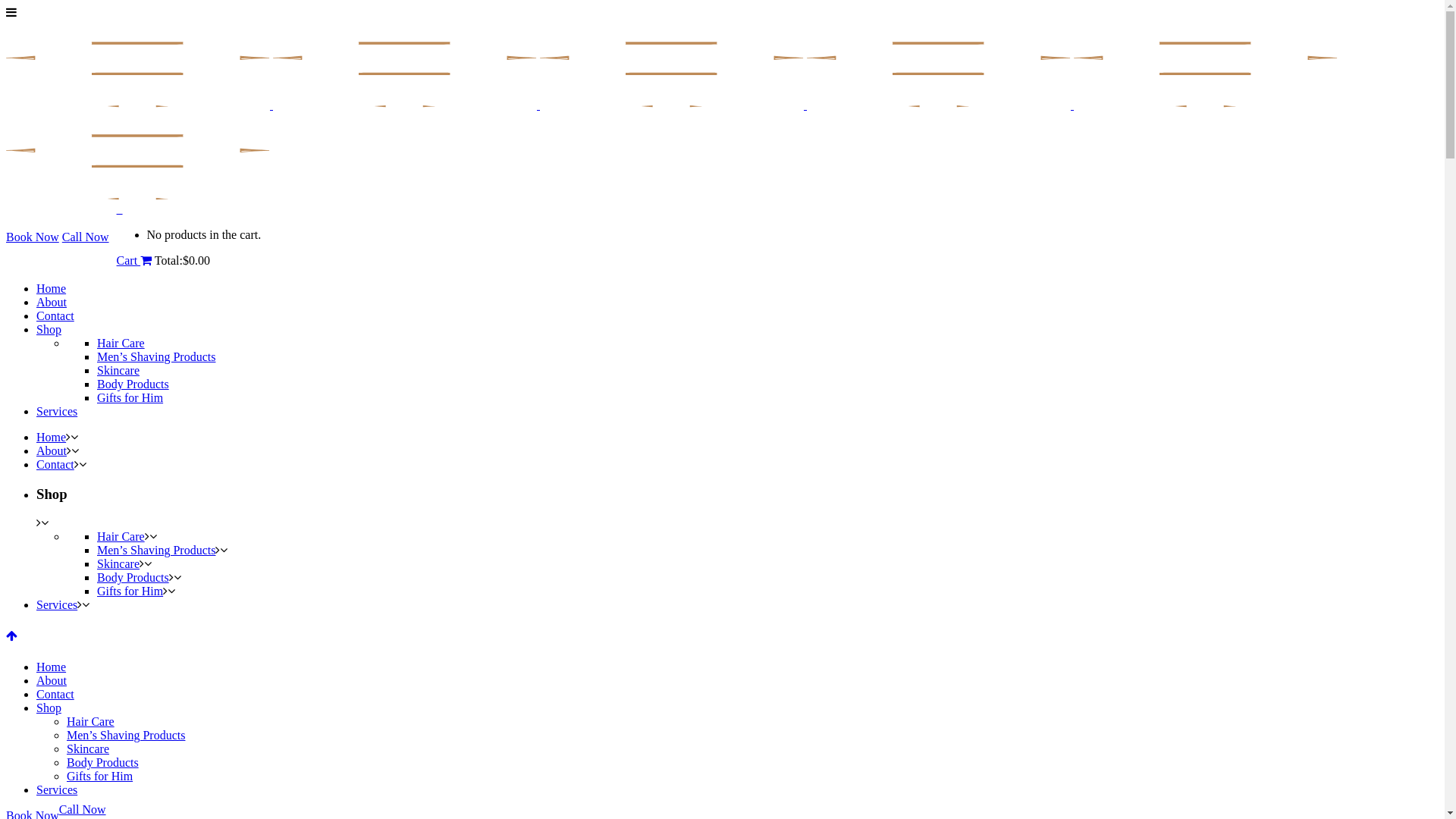 The width and height of the screenshot is (1456, 819). What do you see at coordinates (85, 237) in the screenshot?
I see `'Call Now'` at bounding box center [85, 237].